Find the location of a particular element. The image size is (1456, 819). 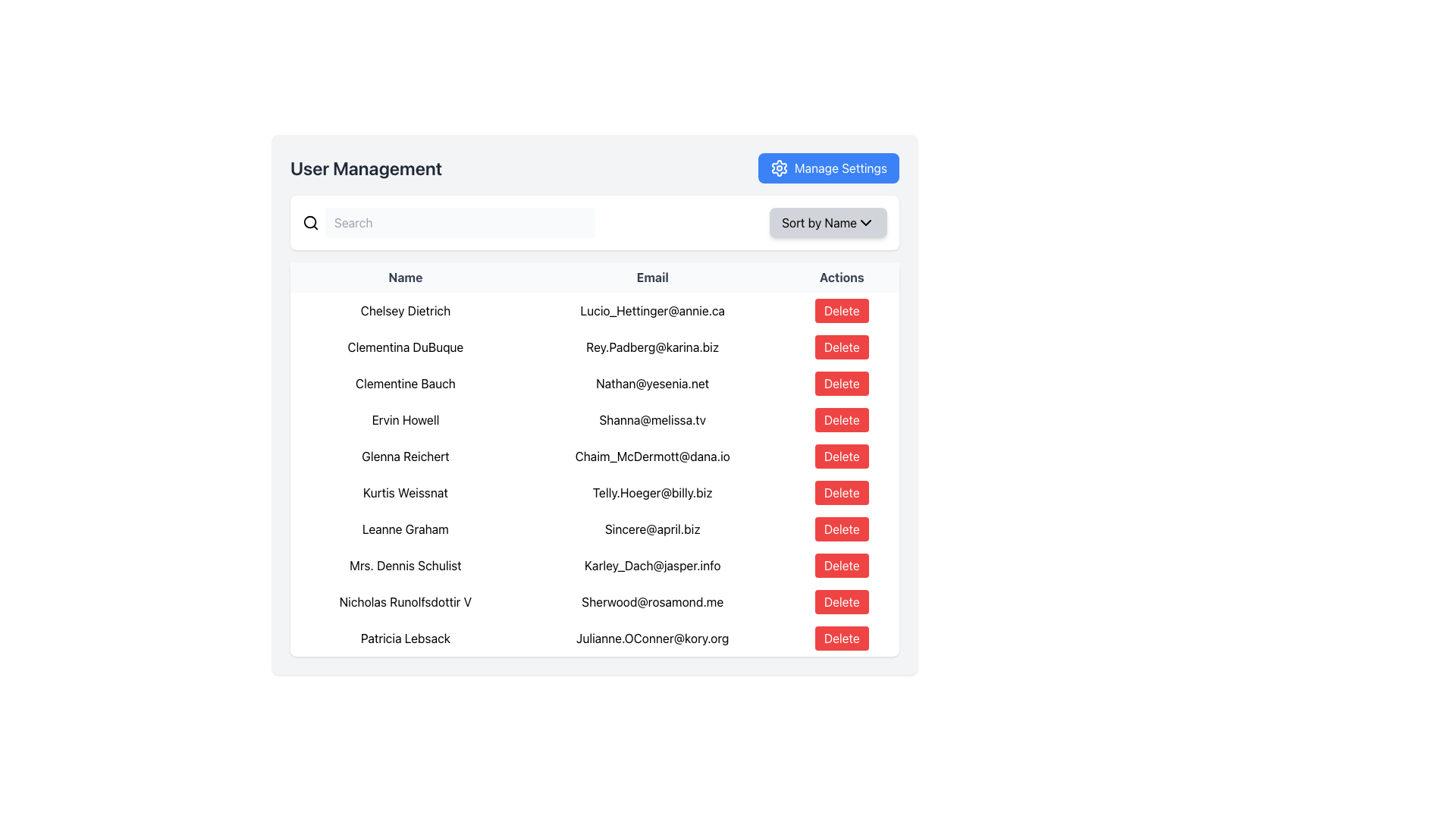

the red 'Delete' button with rounded corners located in the 'Actions' column of the user management table for user 'Kurtis Weissnat' is located at coordinates (841, 493).